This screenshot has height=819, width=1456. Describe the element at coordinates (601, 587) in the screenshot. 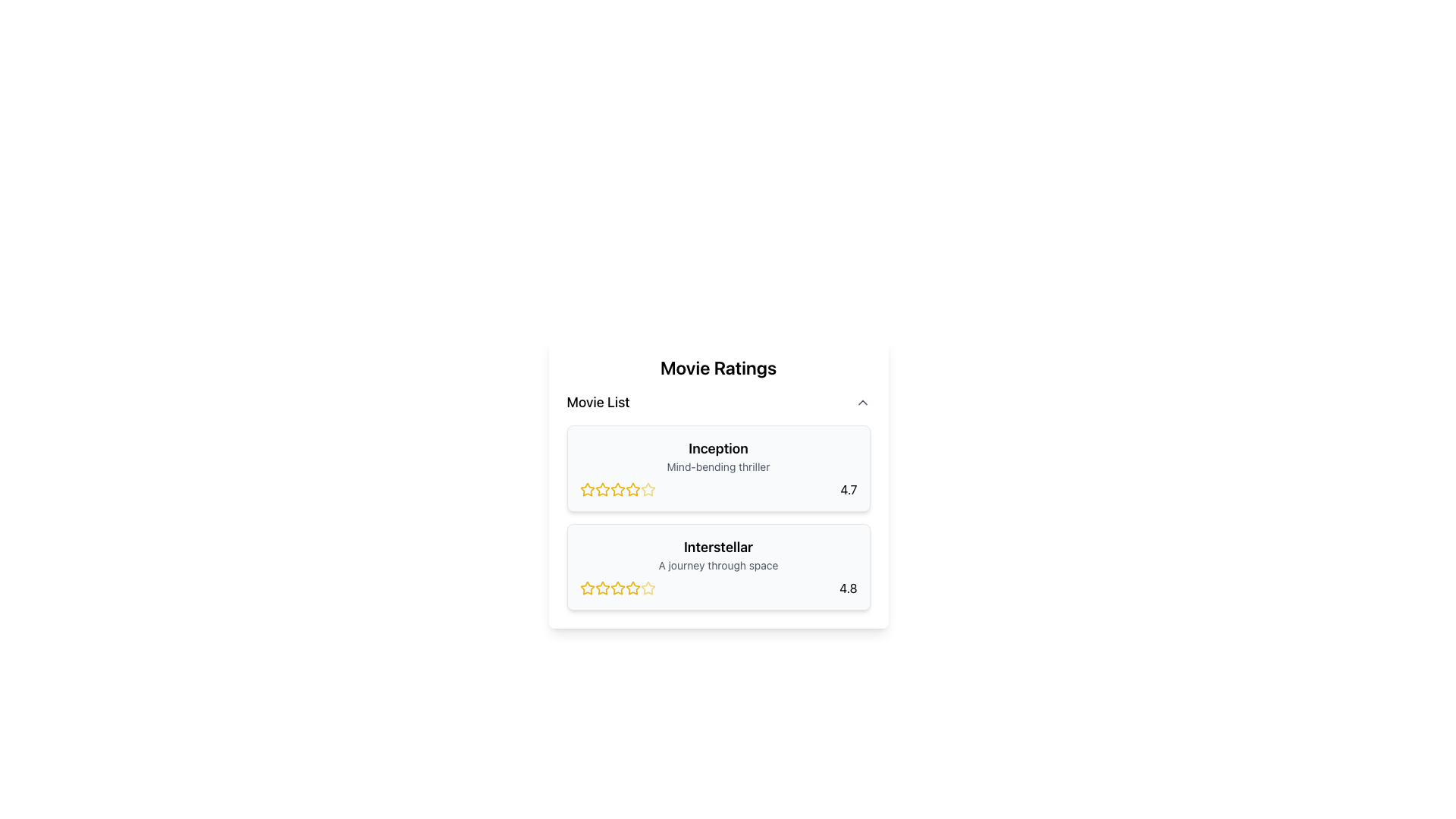

I see `the second star icon in the Movie Ratings section beneath the 'Interstellar' movie entry` at that location.